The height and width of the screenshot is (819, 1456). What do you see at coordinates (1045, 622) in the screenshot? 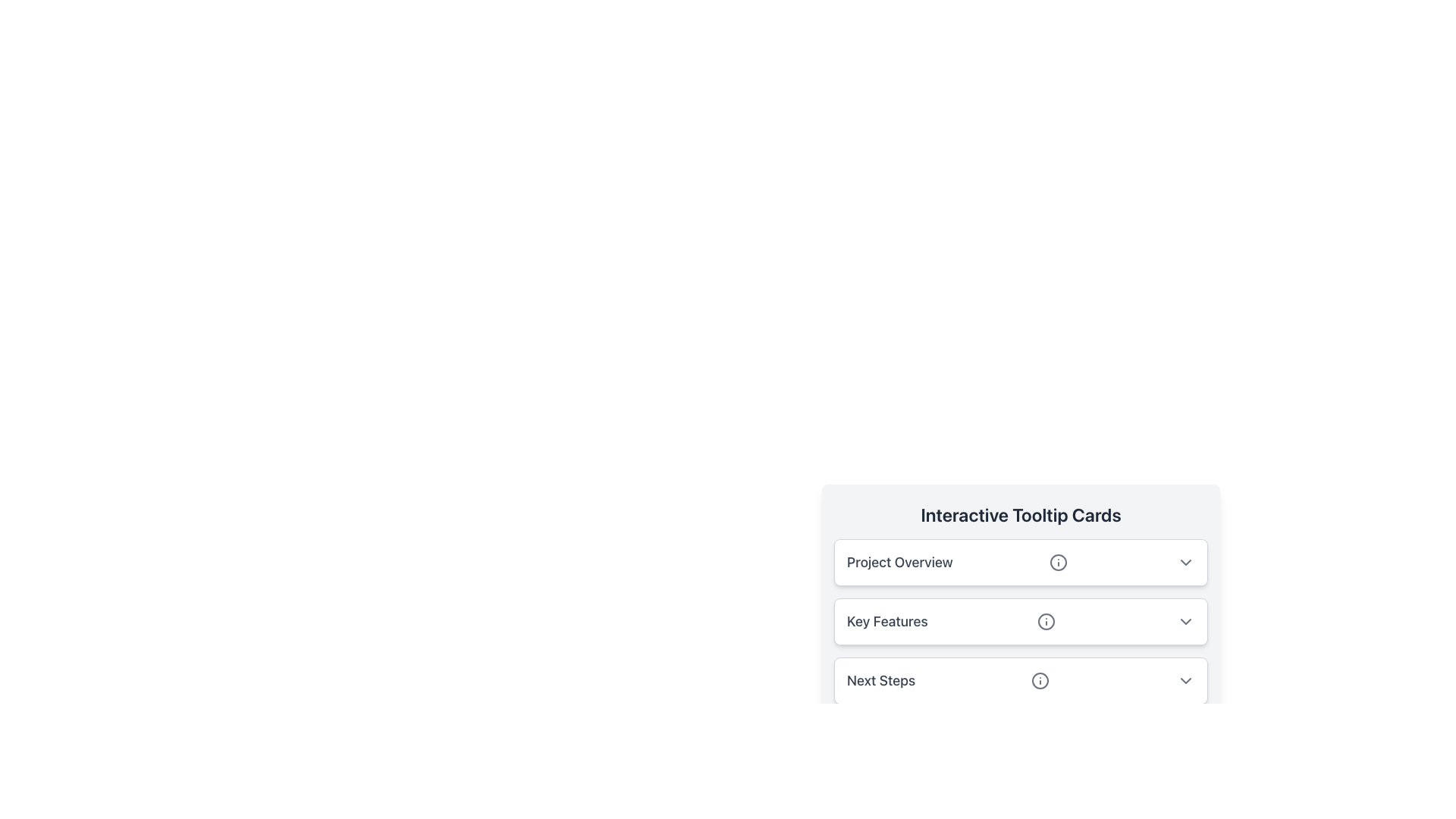
I see `the informational icon located to the right of the 'Key Features' label in the 'Interactive Tooltip Cards' section` at bounding box center [1045, 622].